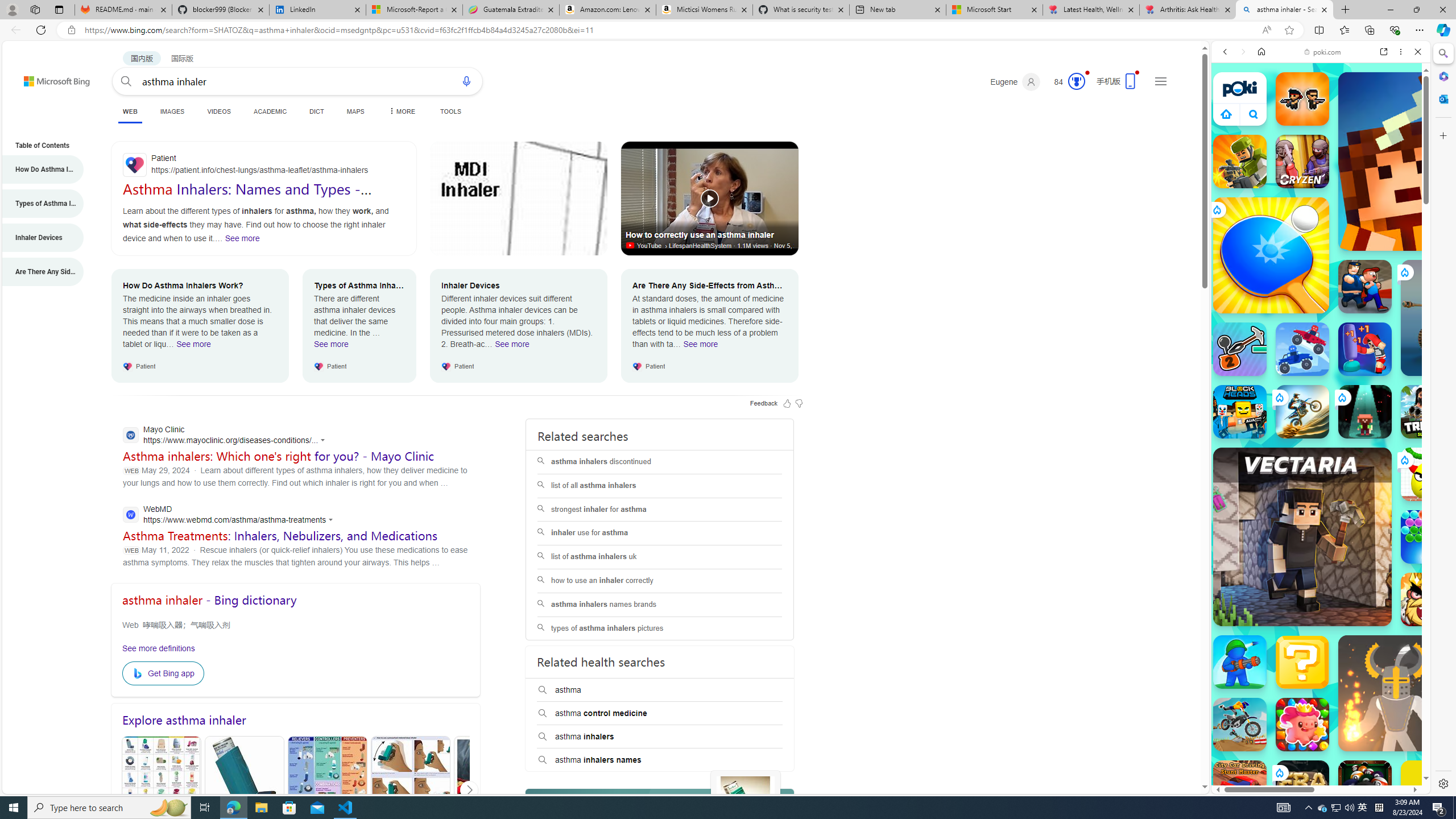  I want to click on 'War Master', so click(1239, 662).